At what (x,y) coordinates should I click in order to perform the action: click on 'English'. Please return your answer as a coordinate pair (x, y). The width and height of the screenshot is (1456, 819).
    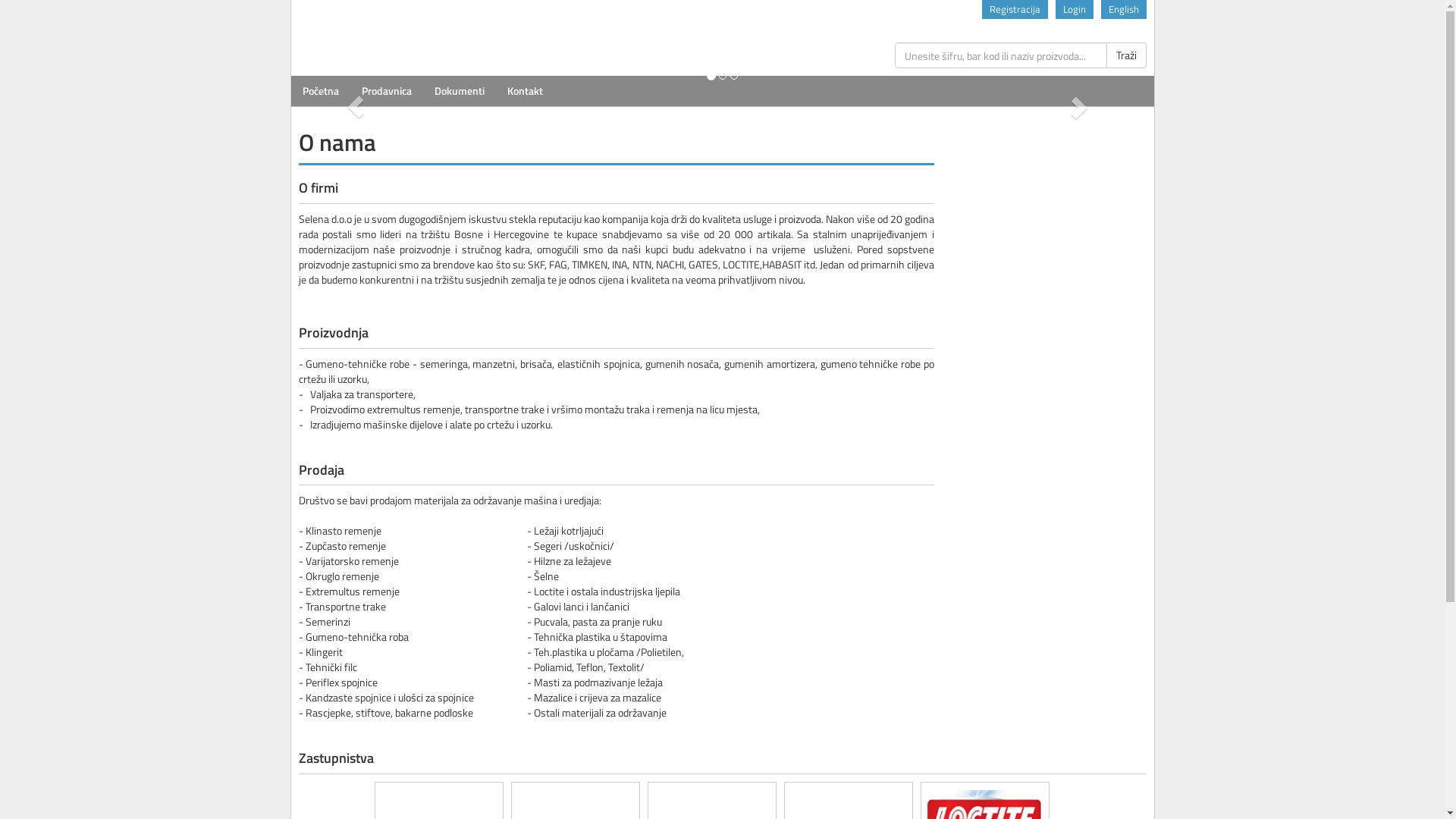
    Looking at the image, I should click on (1100, 9).